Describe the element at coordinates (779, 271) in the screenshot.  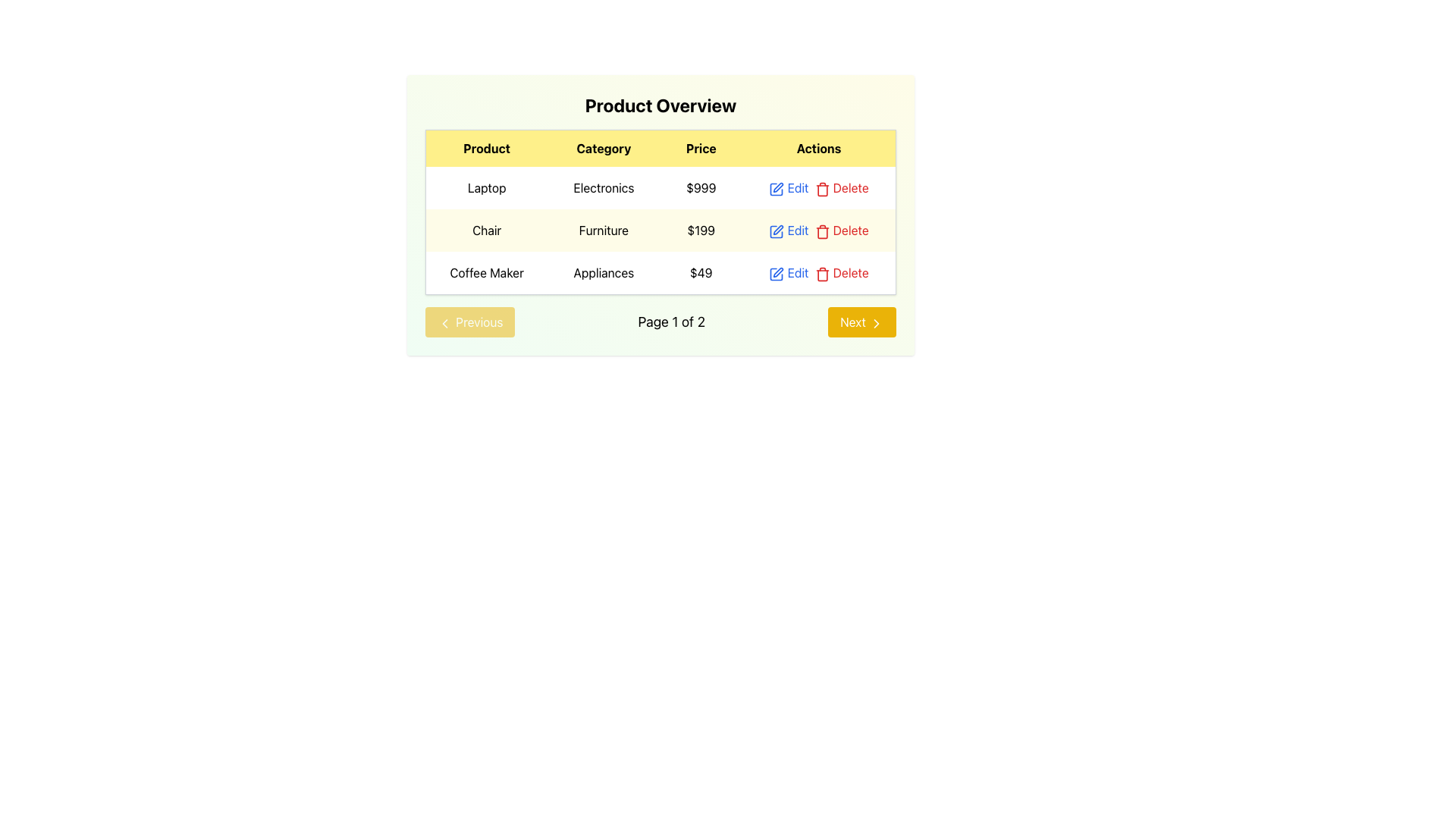
I see `the edit action button represented by a small pen icon in the 'Actions' column of the 'Coffee Maker' table row` at that location.